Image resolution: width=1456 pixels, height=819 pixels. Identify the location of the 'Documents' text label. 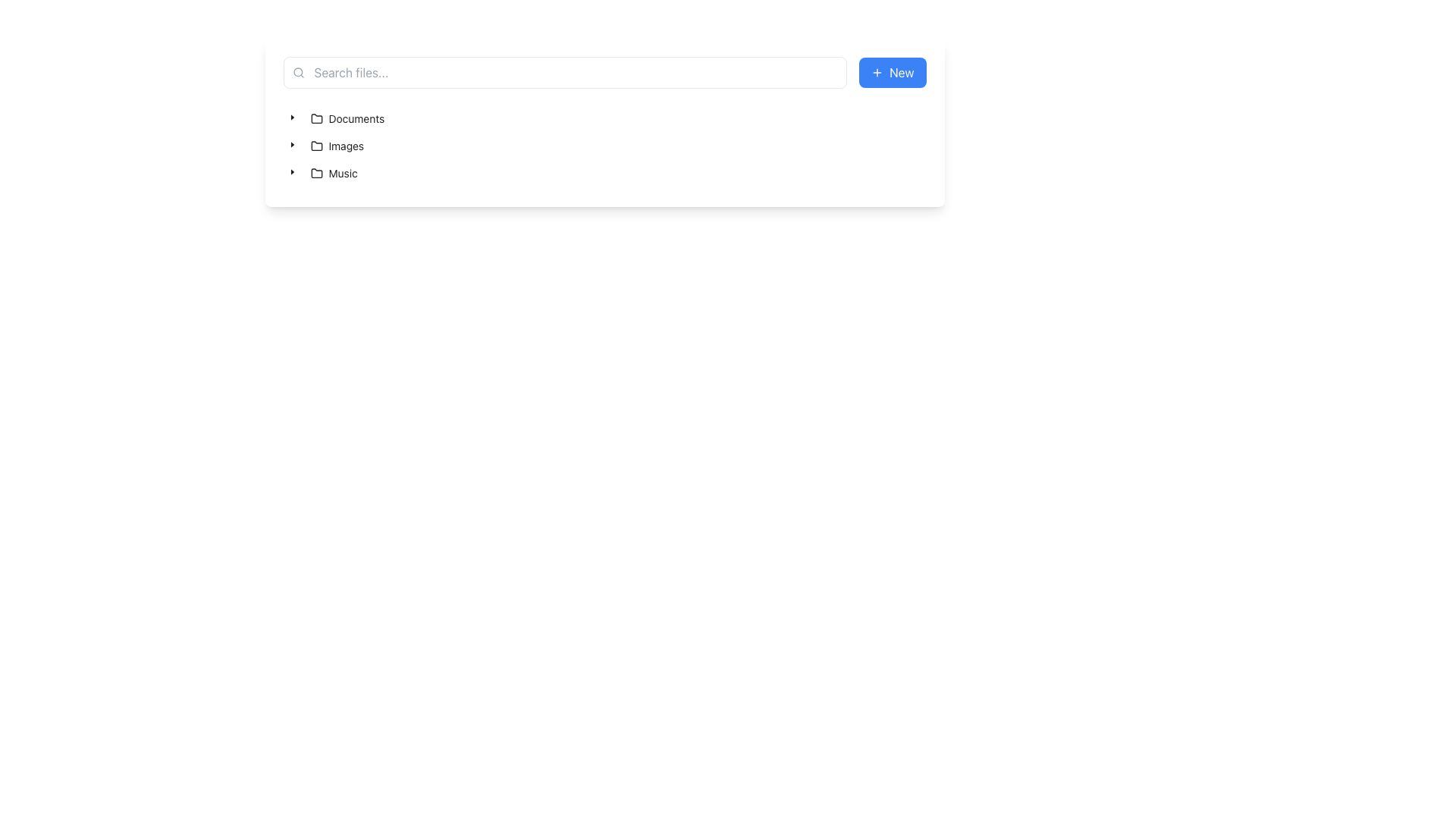
(356, 118).